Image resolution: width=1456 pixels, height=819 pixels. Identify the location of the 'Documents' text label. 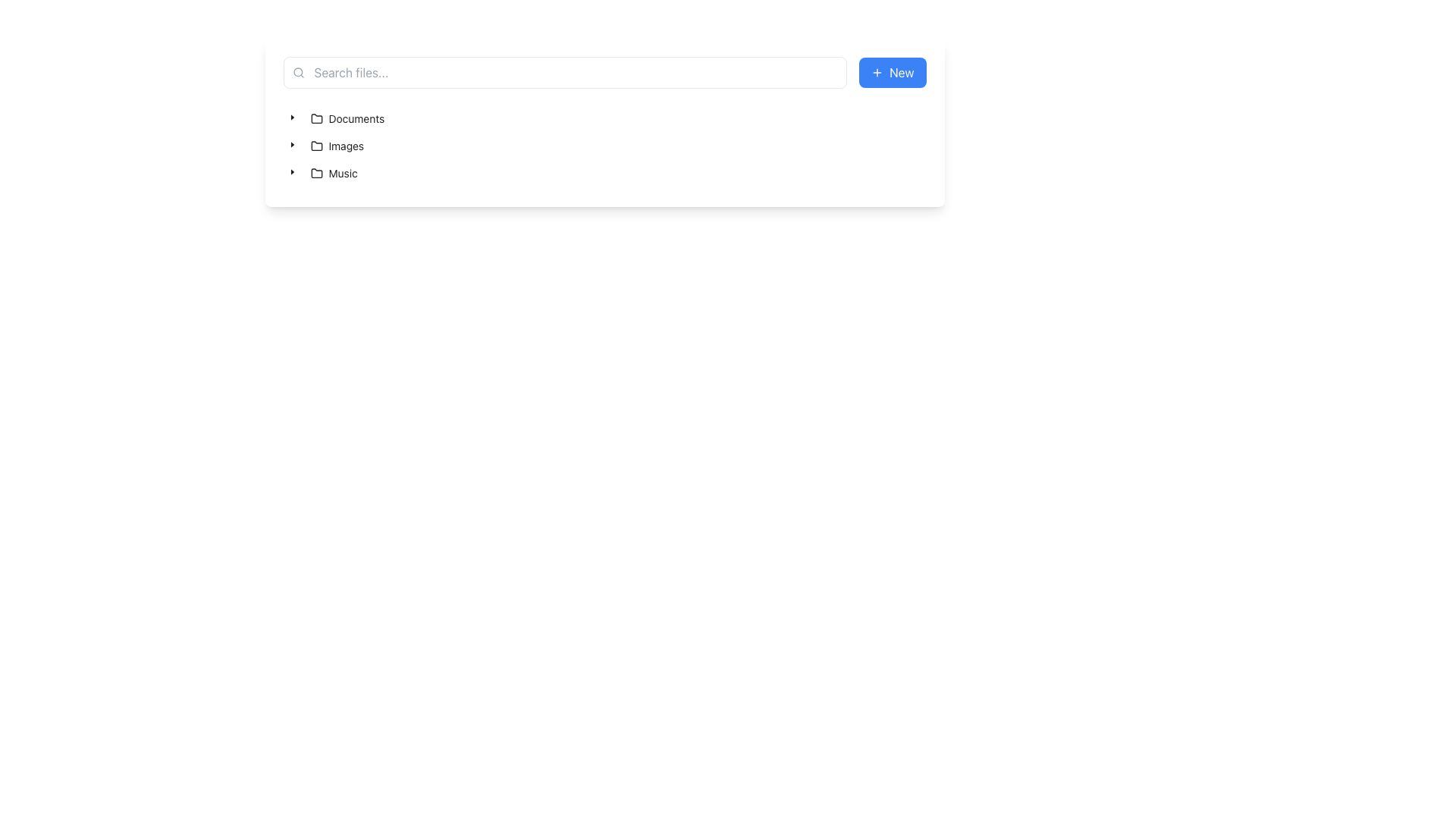
(356, 118).